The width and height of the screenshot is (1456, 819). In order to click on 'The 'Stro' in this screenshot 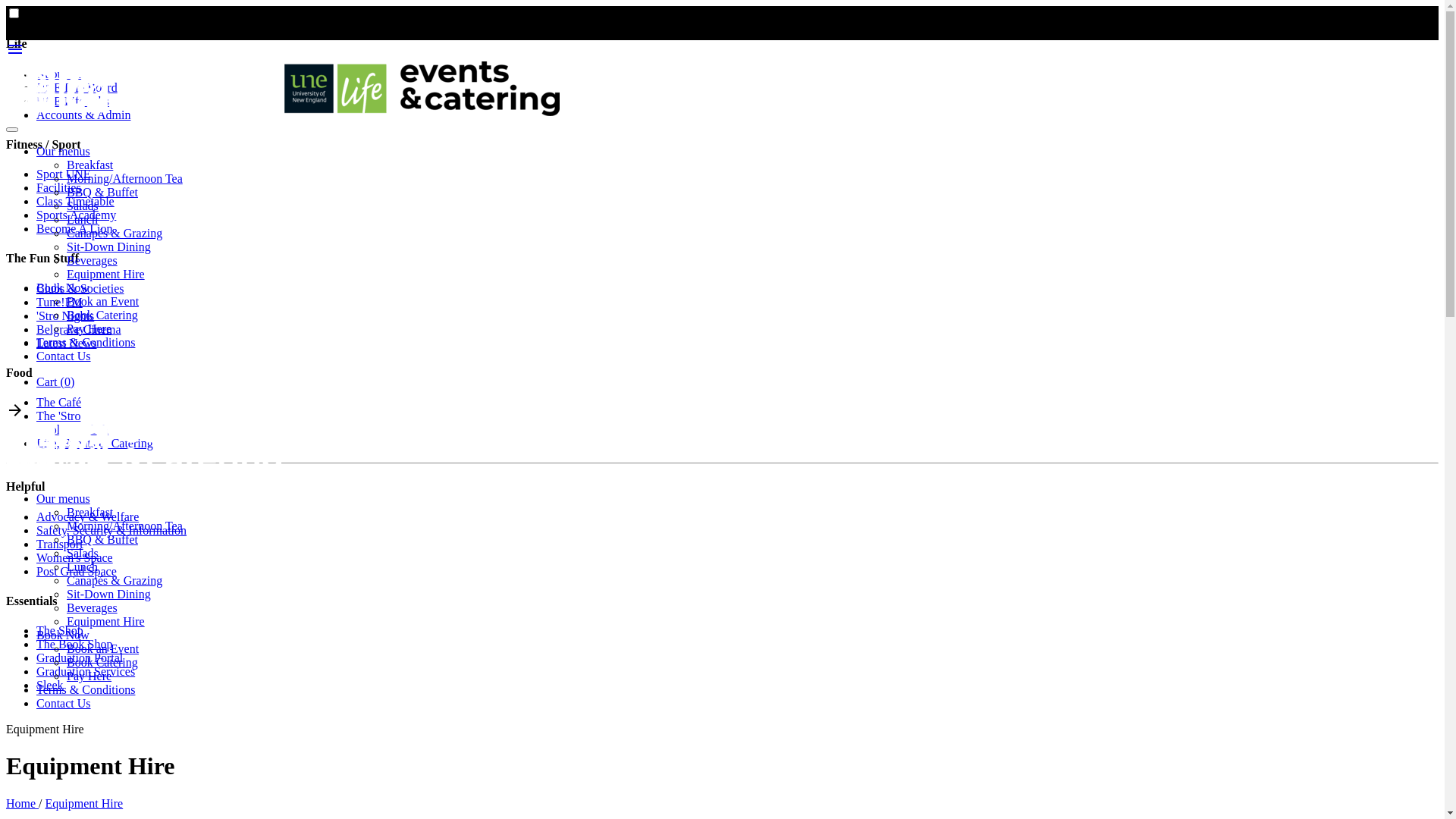, I will do `click(36, 416)`.